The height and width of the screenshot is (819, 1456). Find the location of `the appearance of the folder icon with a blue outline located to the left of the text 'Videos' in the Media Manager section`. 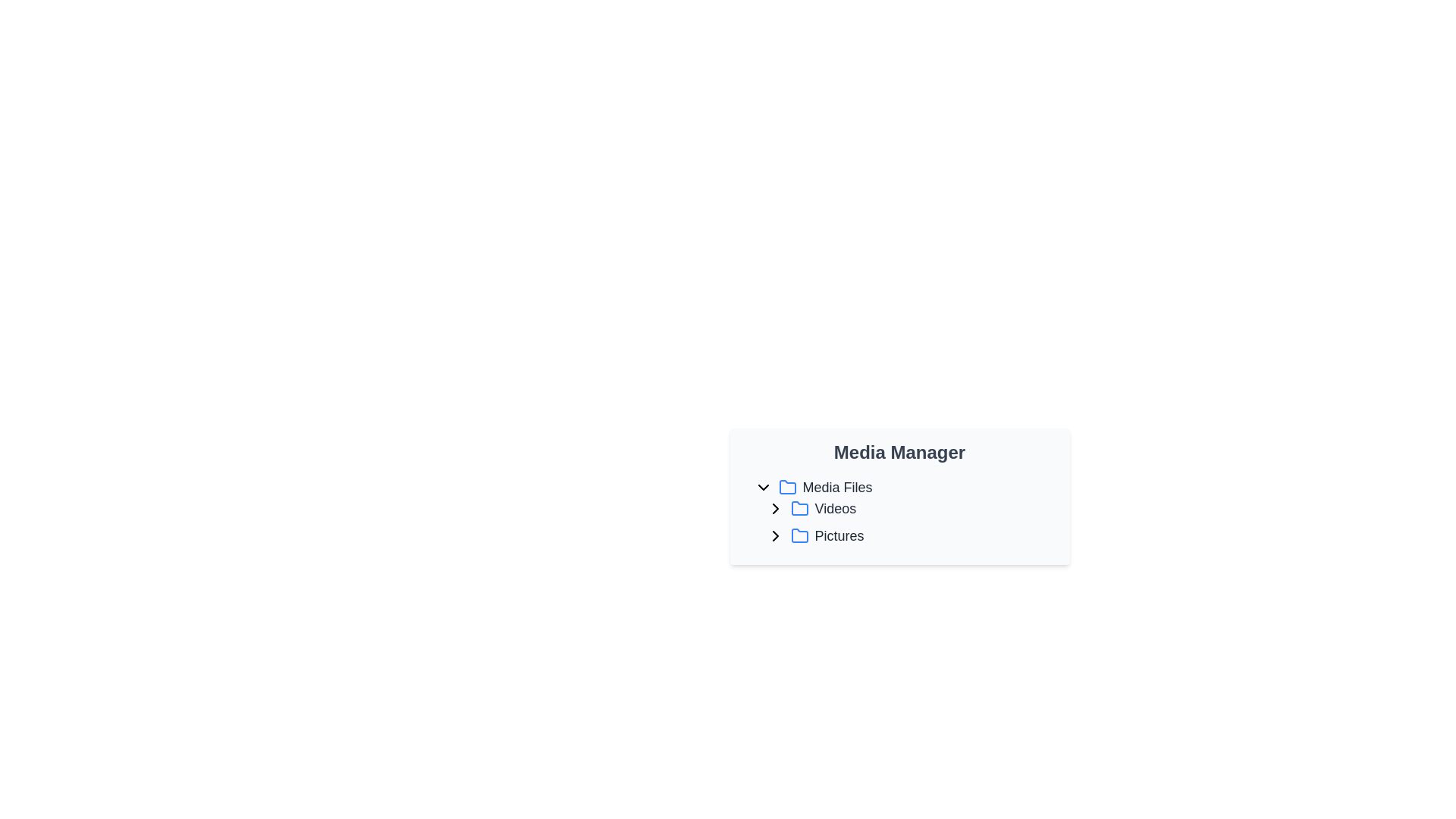

the appearance of the folder icon with a blue outline located to the left of the text 'Videos' in the Media Manager section is located at coordinates (799, 509).